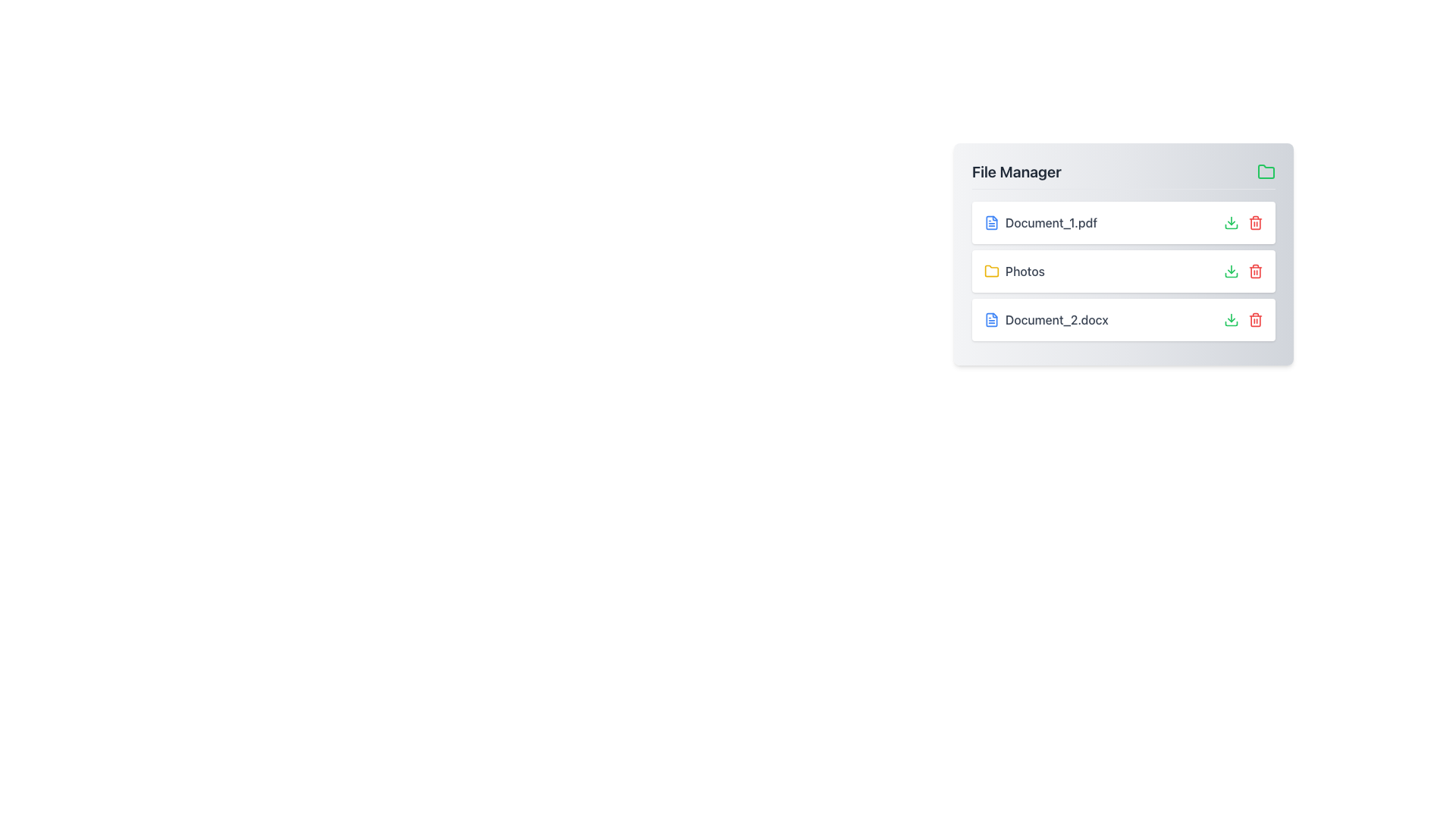 This screenshot has height=819, width=1456. Describe the element at coordinates (1124, 318) in the screenshot. I see `the interactive buttons of the file entry 'Document_2.docx', which includes the download and delete icons located to the right of the file name` at that location.